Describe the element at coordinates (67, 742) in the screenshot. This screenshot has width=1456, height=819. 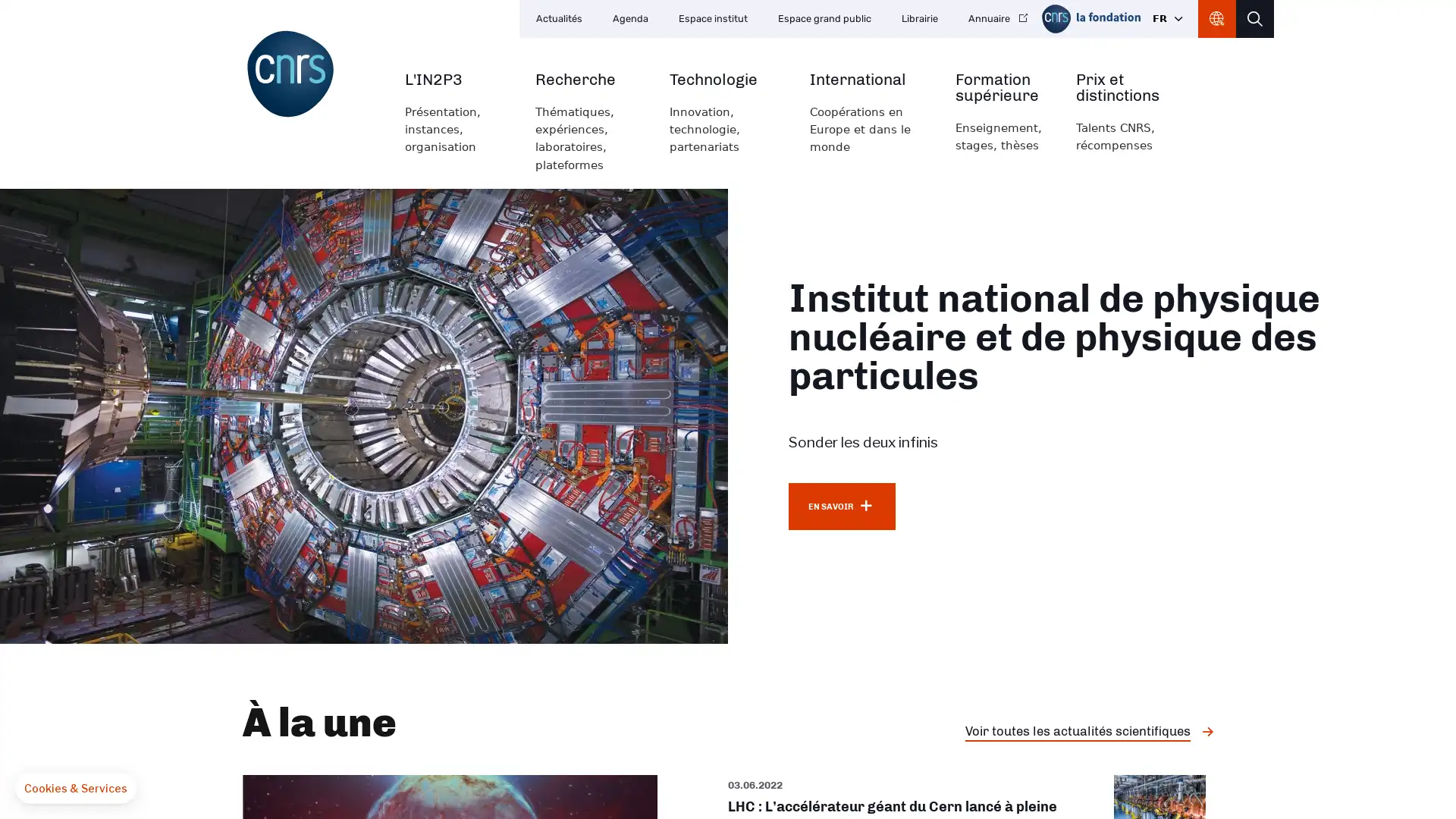
I see `Non merci` at that location.